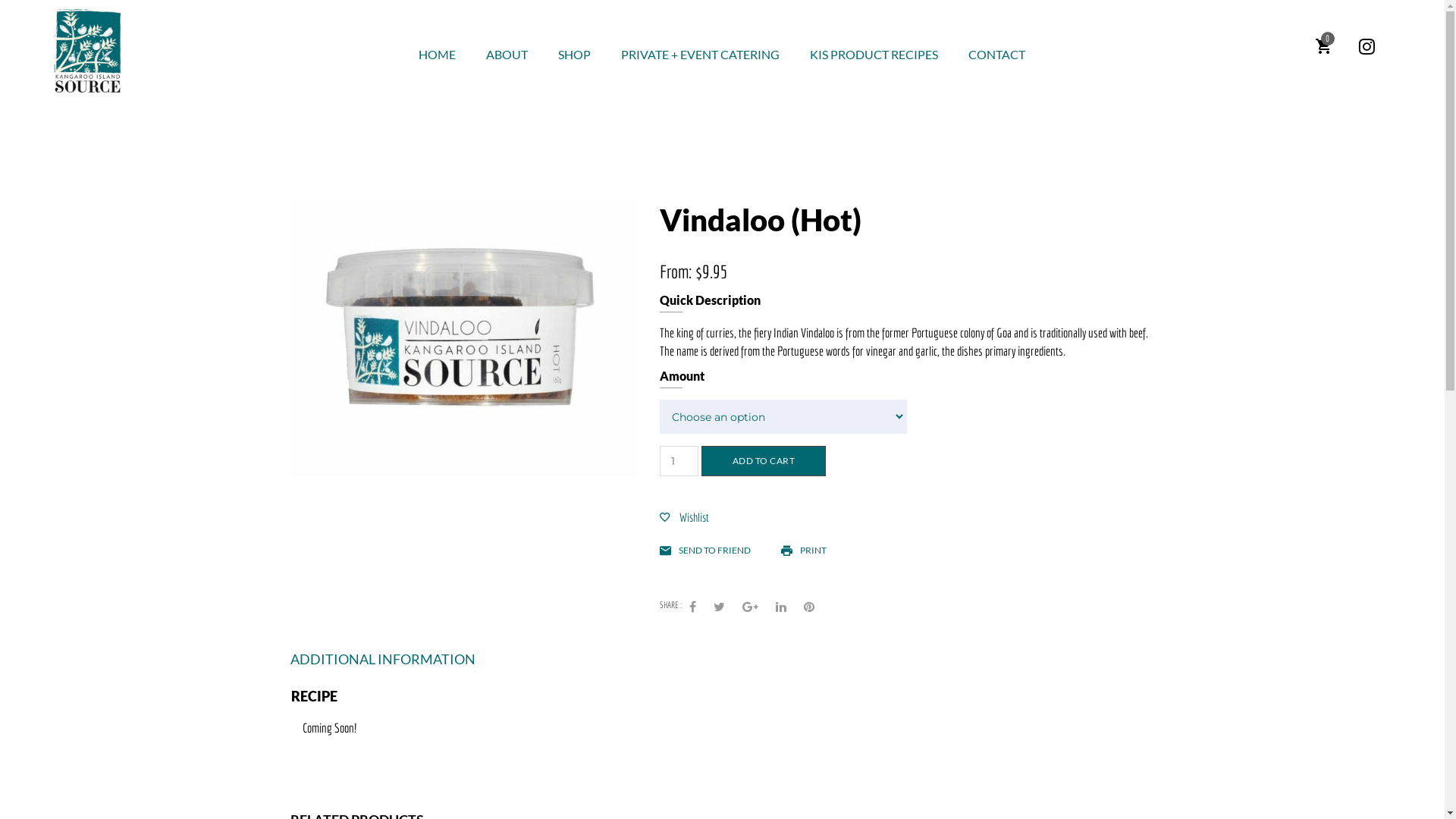 The width and height of the screenshot is (1456, 819). I want to click on 'CONTACT', so click(996, 54).